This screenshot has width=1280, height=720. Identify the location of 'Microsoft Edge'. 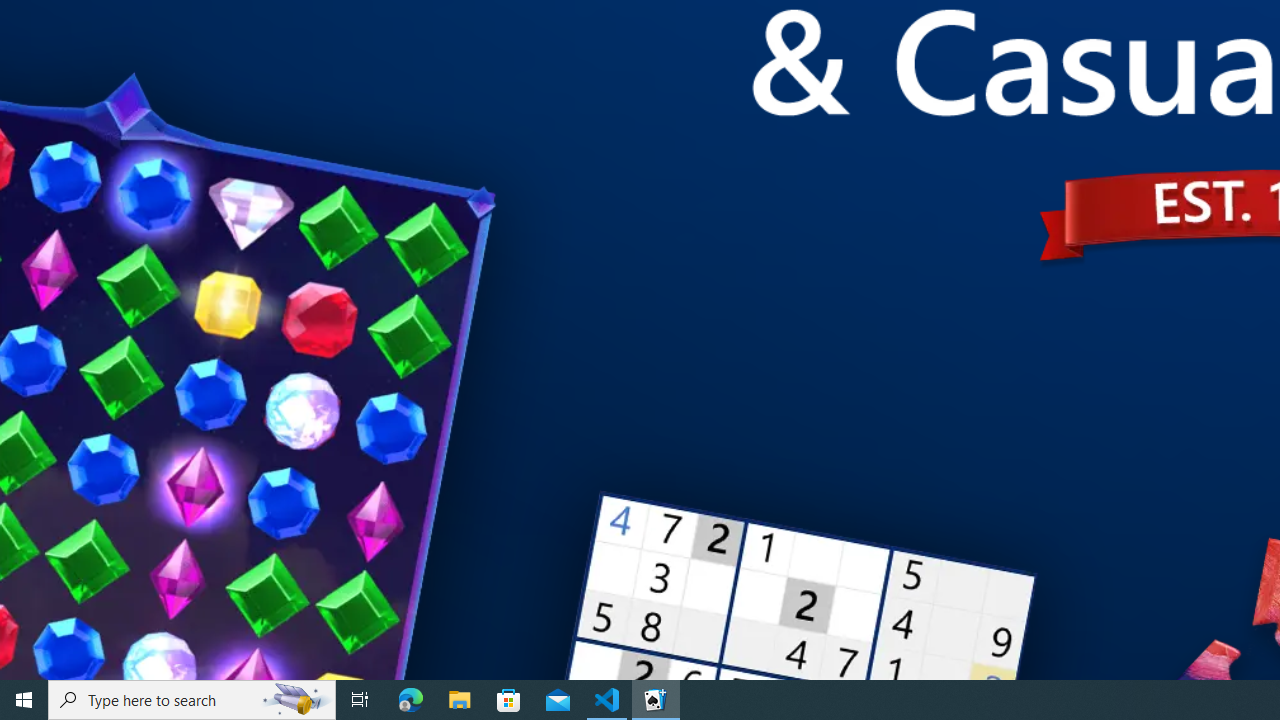
(410, 698).